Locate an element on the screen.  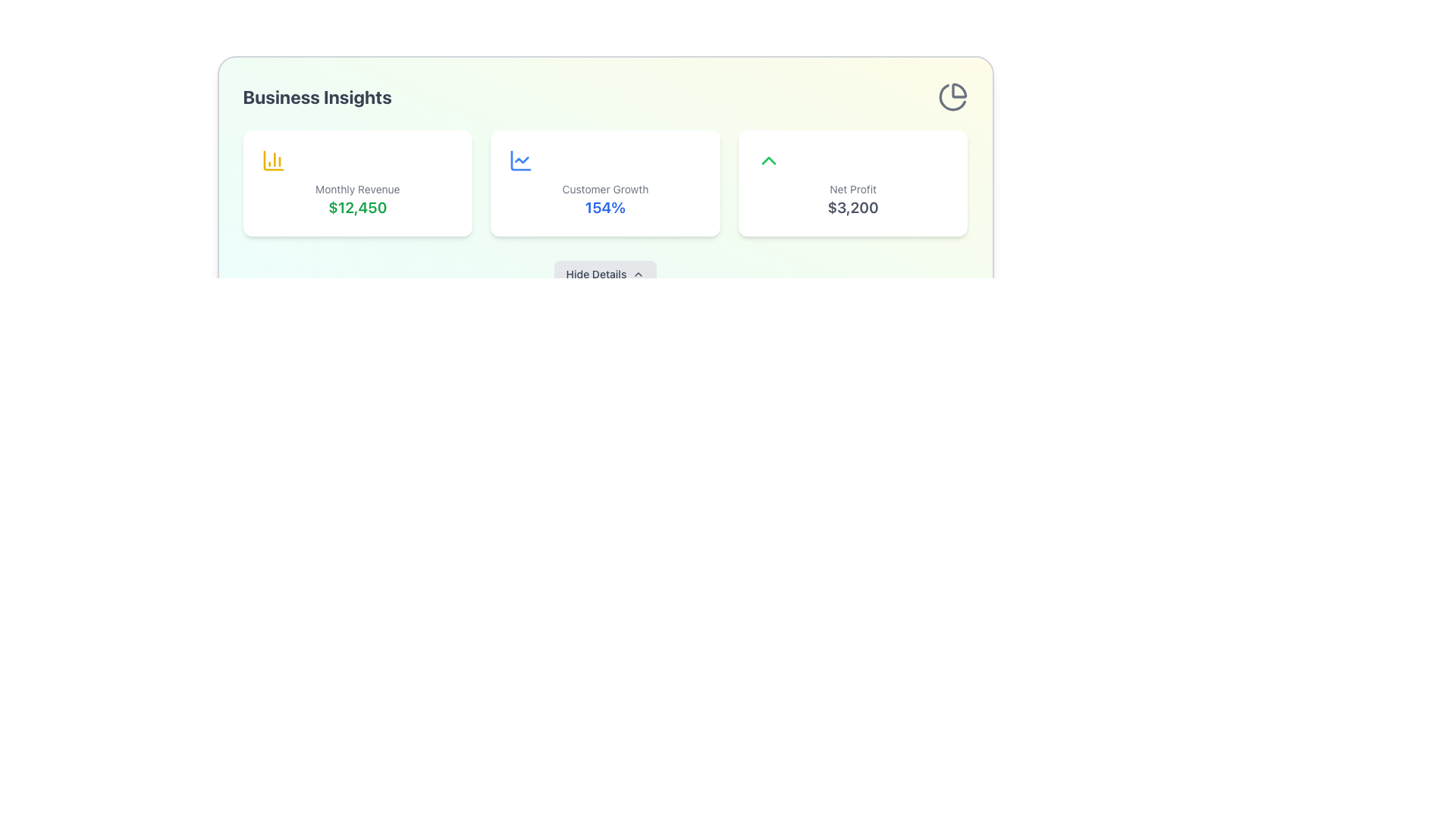
the green upward-pointing chevron icon located above the text '$3,200' within the 'Net Profit' card is located at coordinates (768, 161).